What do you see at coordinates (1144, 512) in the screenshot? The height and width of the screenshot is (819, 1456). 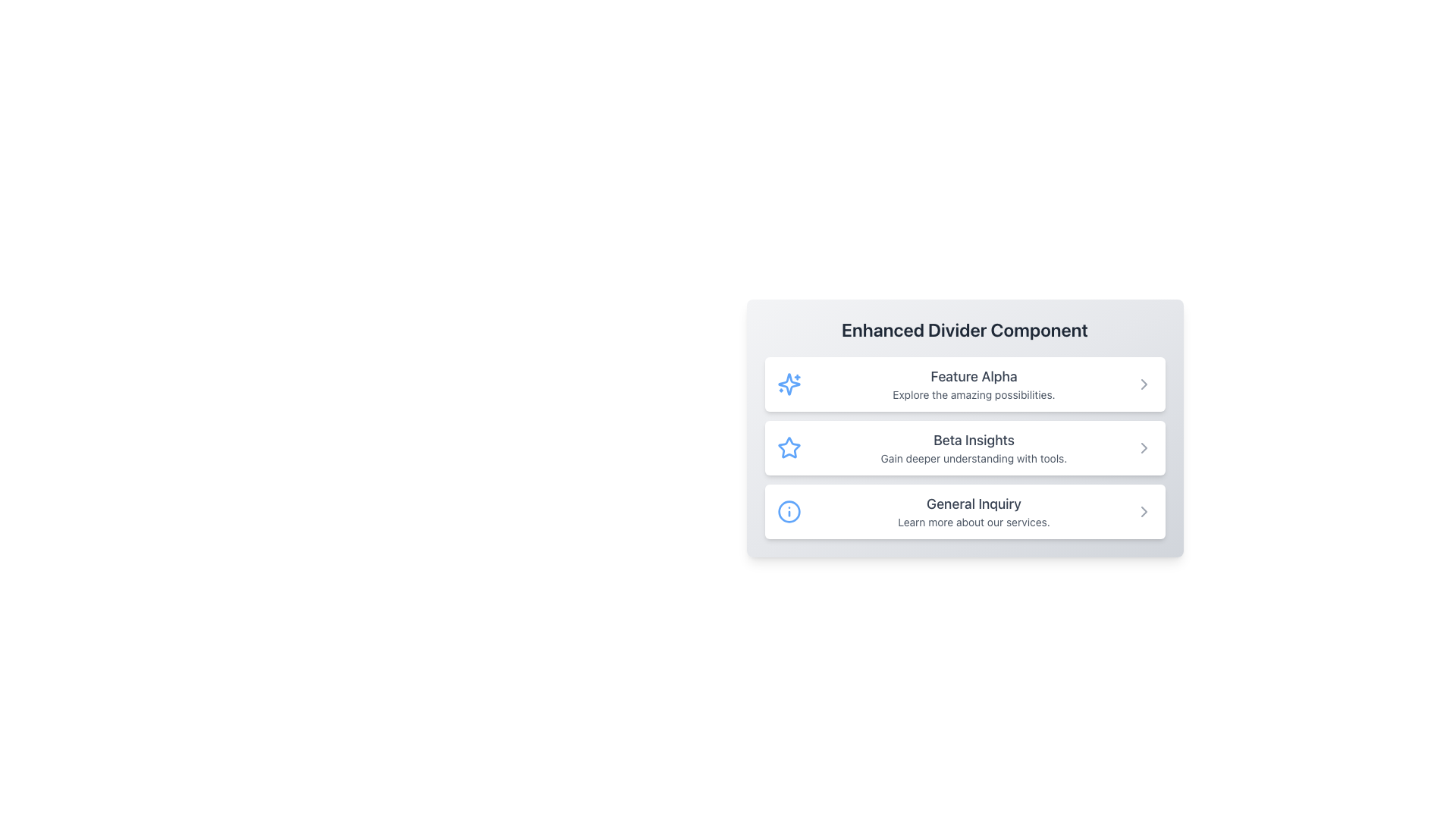 I see `the right-pointing chevron icon in the 'General Inquiry' row` at bounding box center [1144, 512].